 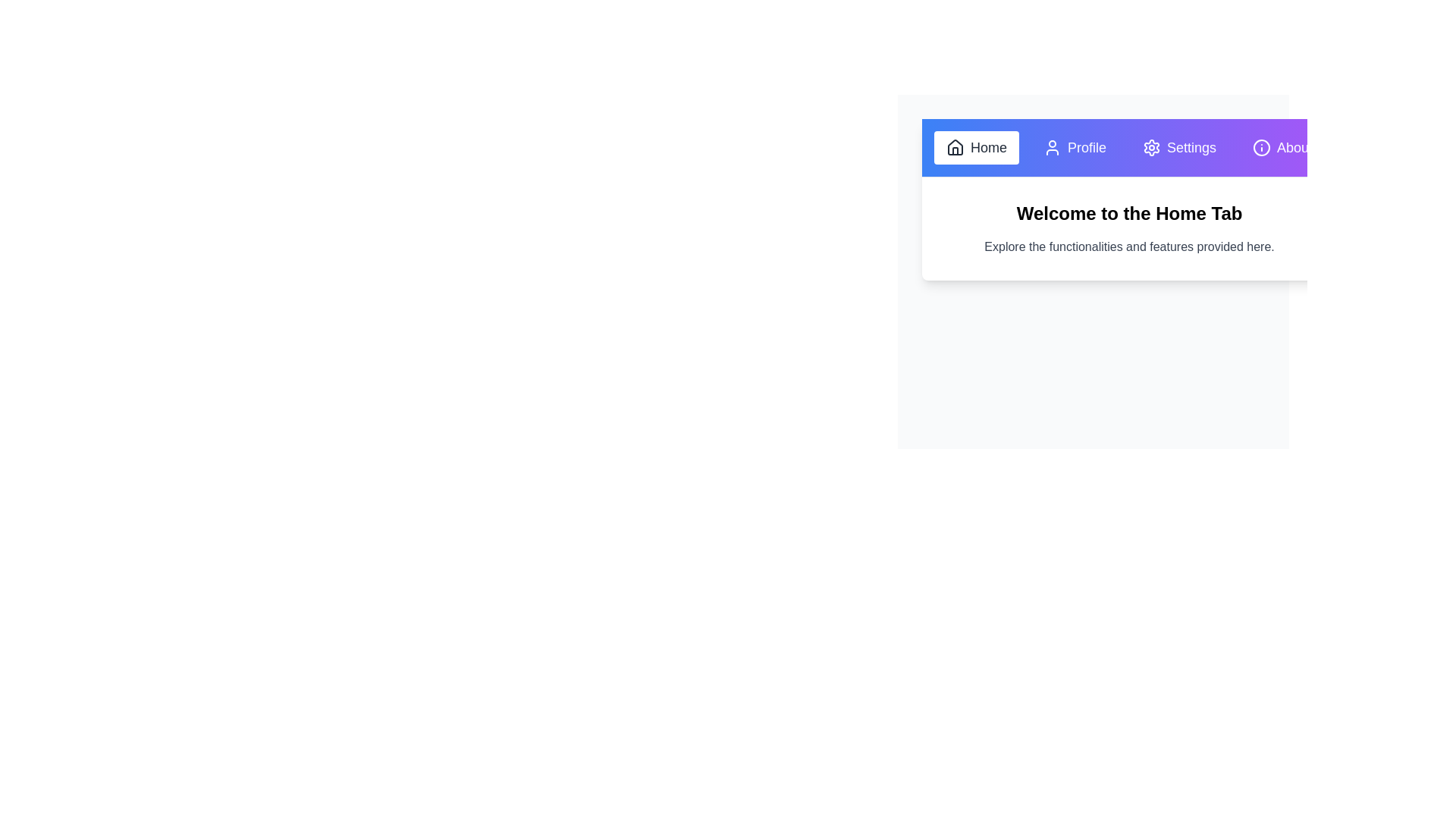 What do you see at coordinates (1152, 148) in the screenshot?
I see `the settings icon located in the top navigation bar, positioned next to the 'Profile' section on its left and the 'About' section on its right` at bounding box center [1152, 148].